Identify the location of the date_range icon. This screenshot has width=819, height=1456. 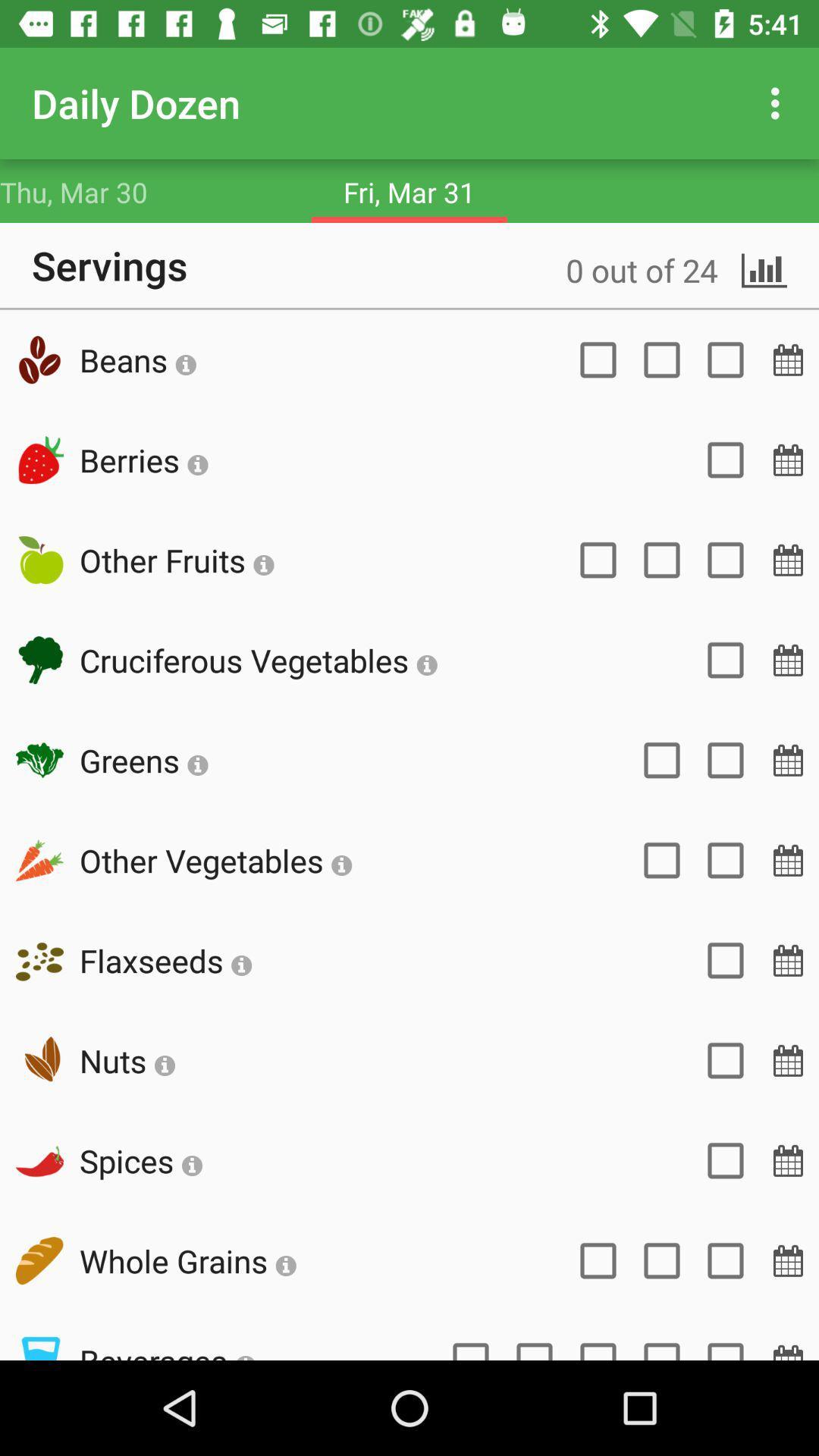
(787, 959).